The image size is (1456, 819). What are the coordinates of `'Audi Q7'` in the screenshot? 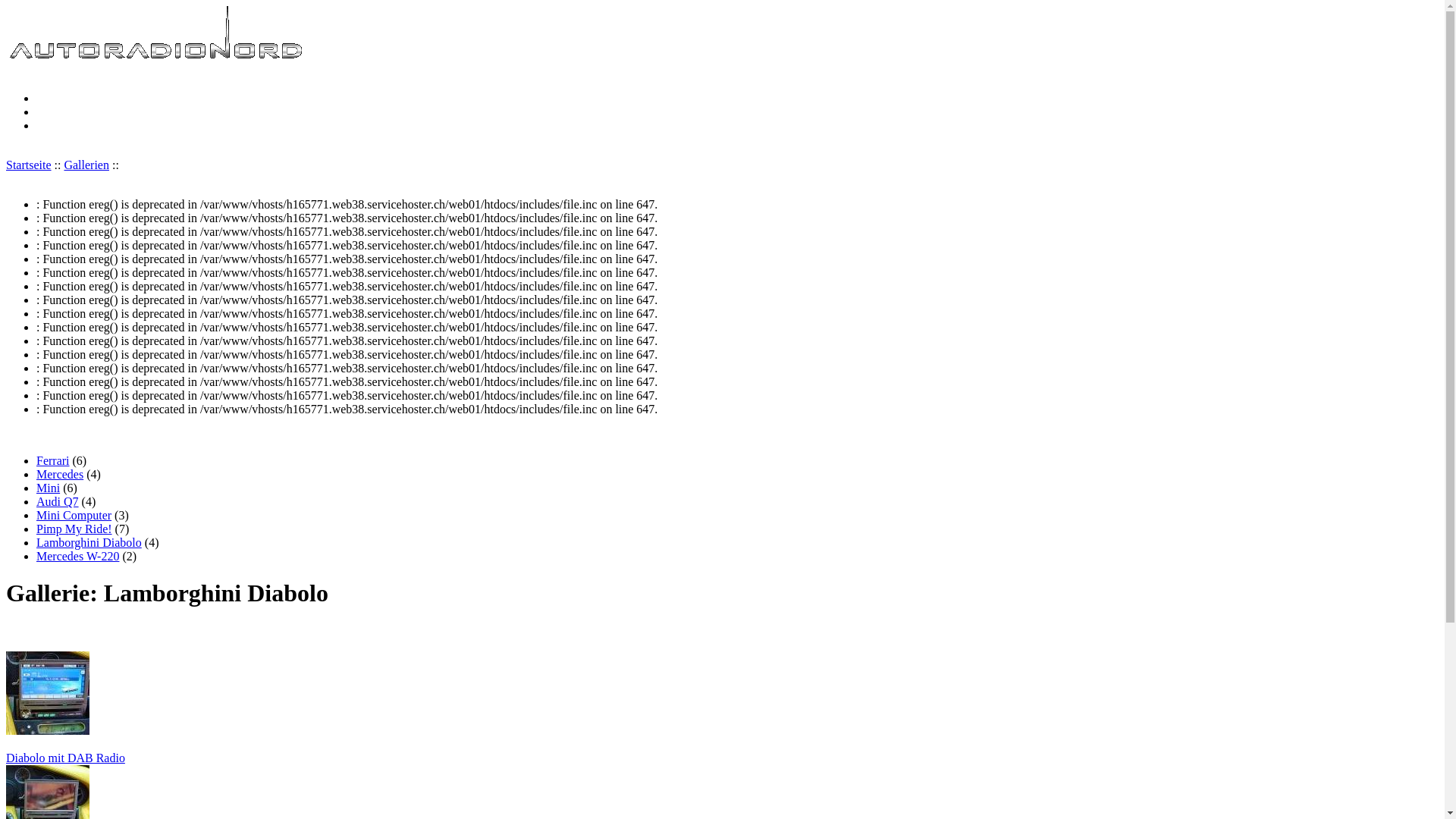 It's located at (58, 501).